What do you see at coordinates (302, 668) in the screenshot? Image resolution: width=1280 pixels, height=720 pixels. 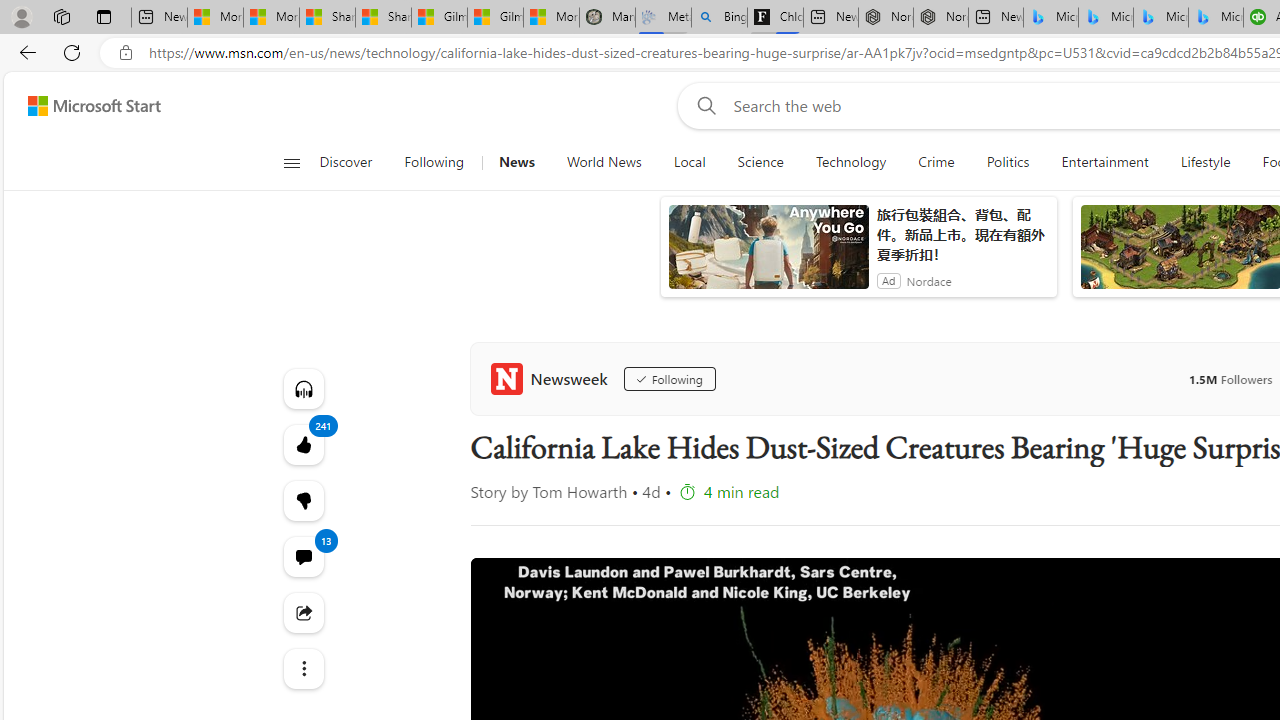 I see `'See more'` at bounding box center [302, 668].